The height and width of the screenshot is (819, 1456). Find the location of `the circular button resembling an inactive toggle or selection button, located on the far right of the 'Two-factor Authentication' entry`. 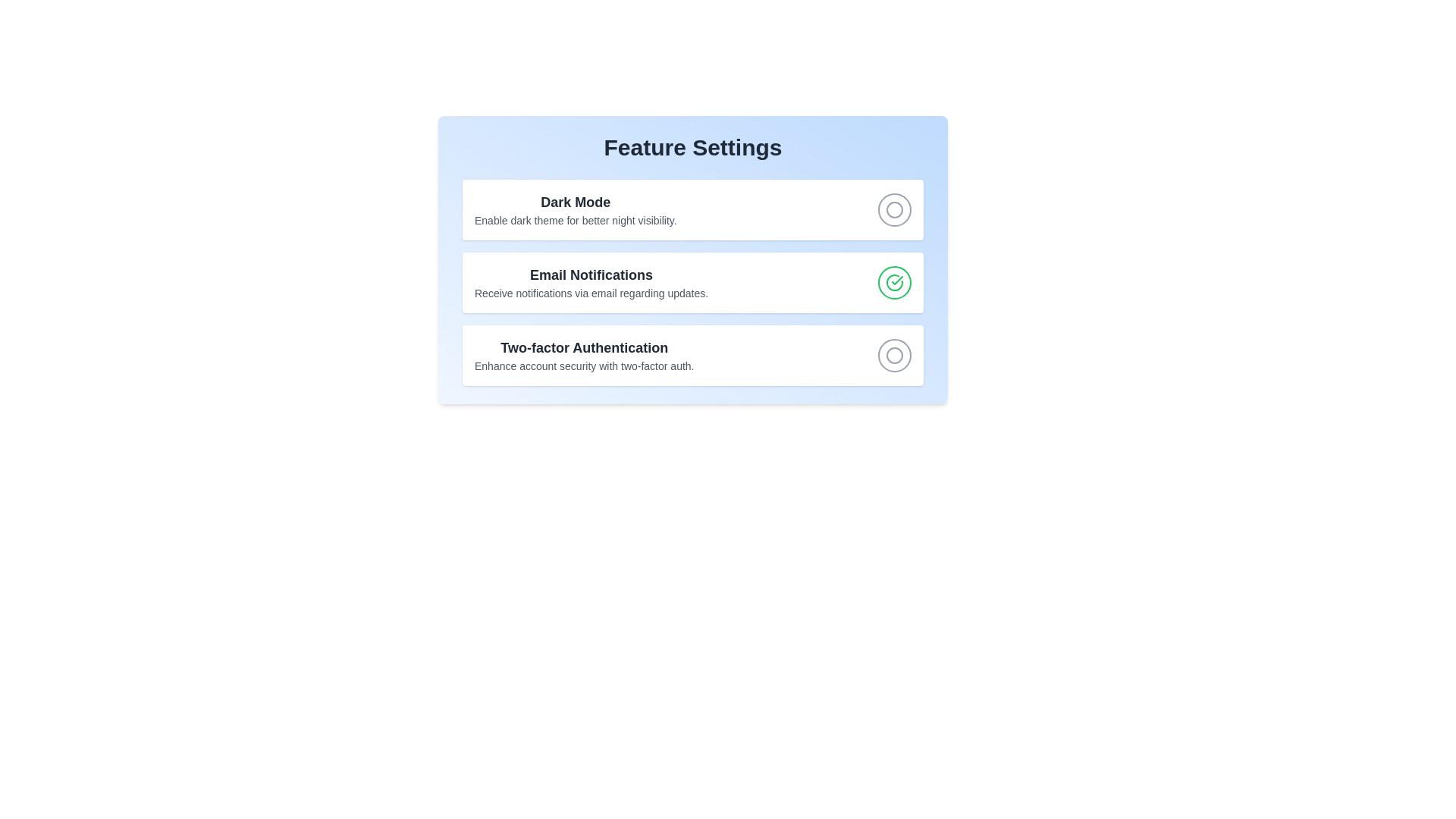

the circular button resembling an inactive toggle or selection button, located on the far right of the 'Two-factor Authentication' entry is located at coordinates (895, 356).